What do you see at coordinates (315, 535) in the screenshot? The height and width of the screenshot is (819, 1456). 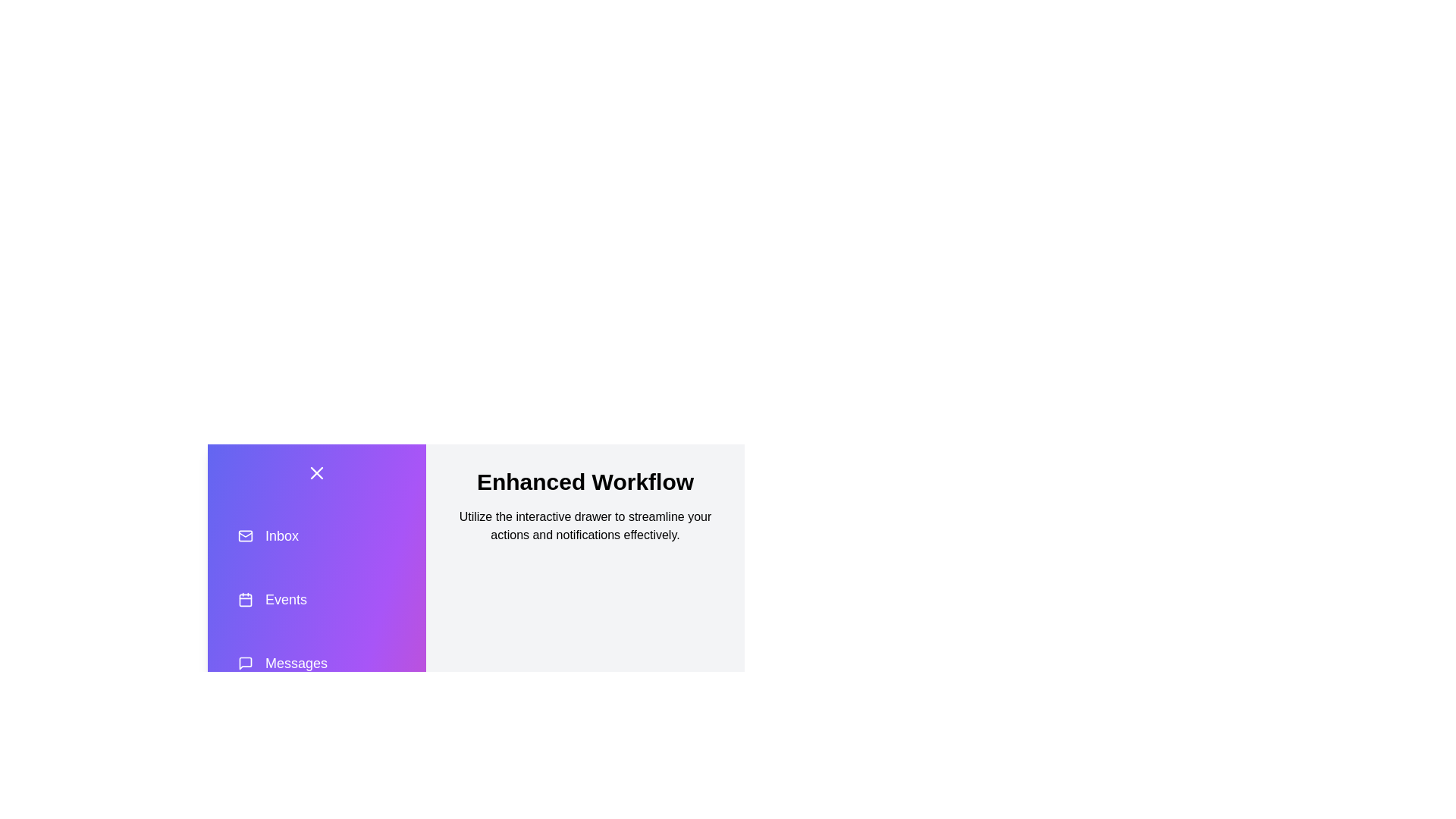 I see `the action item Inbox in the drawer` at bounding box center [315, 535].